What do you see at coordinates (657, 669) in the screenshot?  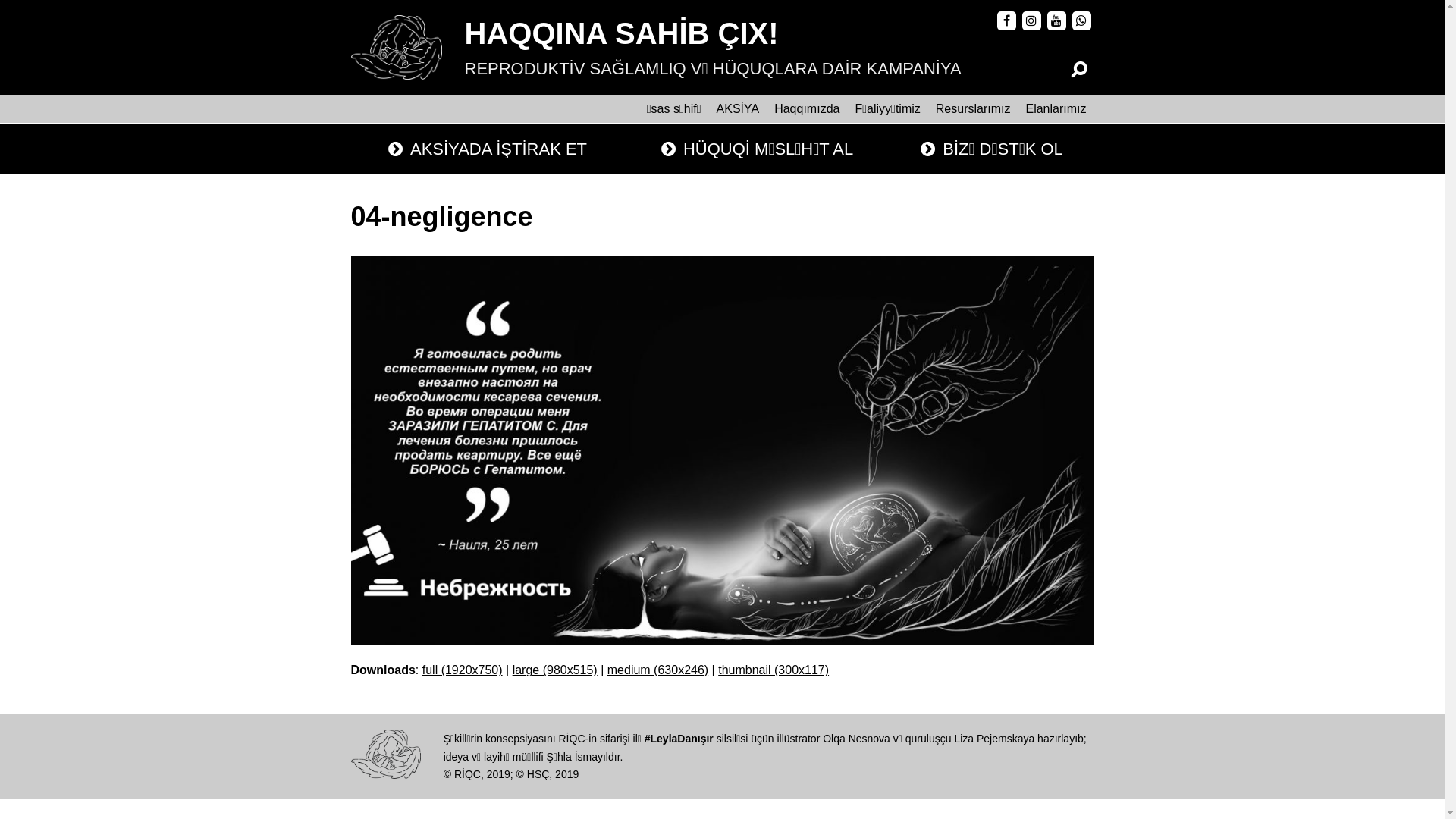 I see `'medium (630x246)'` at bounding box center [657, 669].